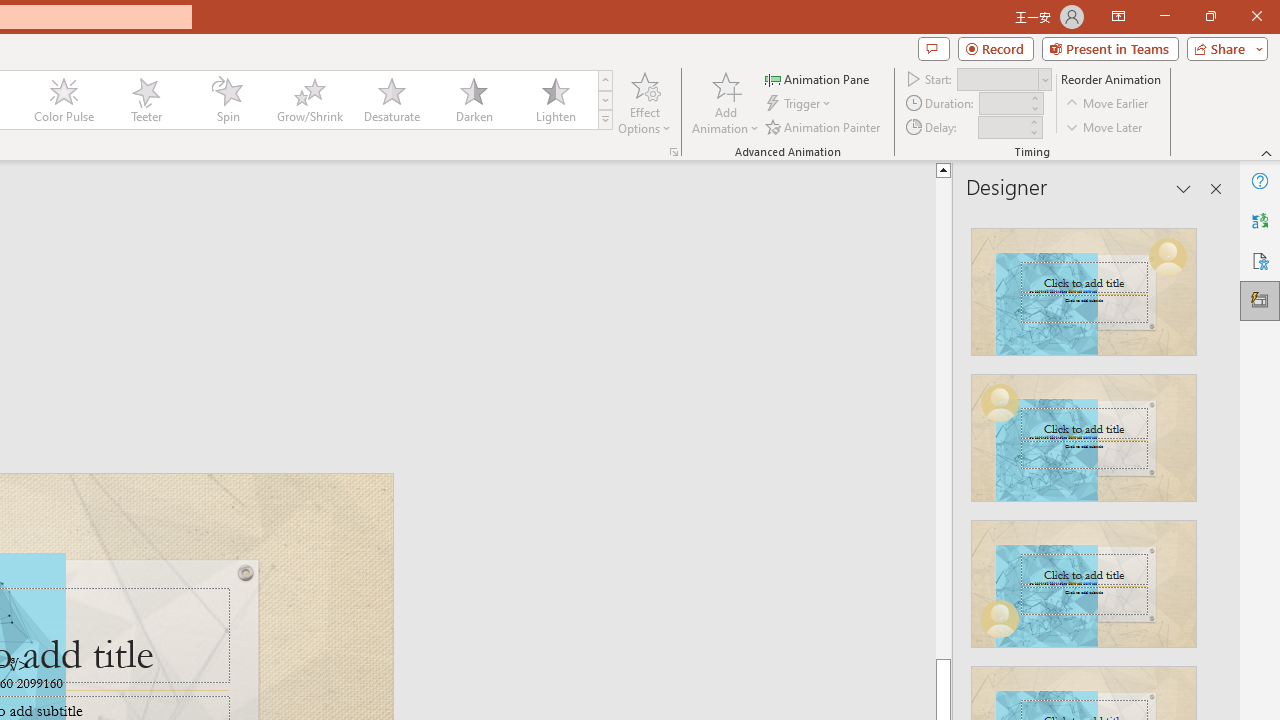 This screenshot has width=1280, height=720. Describe the element at coordinates (144, 100) in the screenshot. I see `'Teeter'` at that location.